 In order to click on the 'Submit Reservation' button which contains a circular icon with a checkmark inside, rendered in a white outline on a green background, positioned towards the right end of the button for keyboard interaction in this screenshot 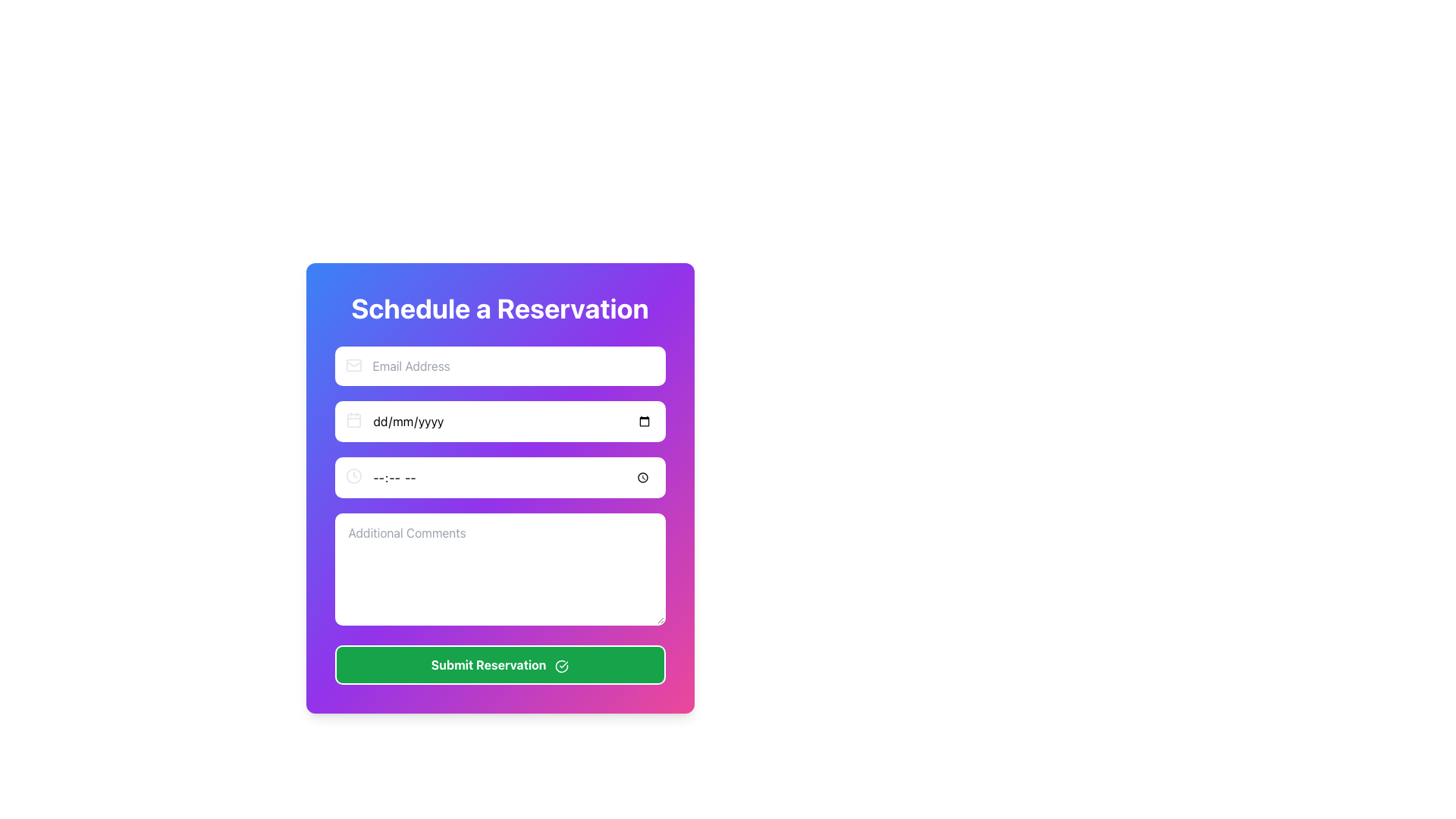, I will do `click(561, 665)`.